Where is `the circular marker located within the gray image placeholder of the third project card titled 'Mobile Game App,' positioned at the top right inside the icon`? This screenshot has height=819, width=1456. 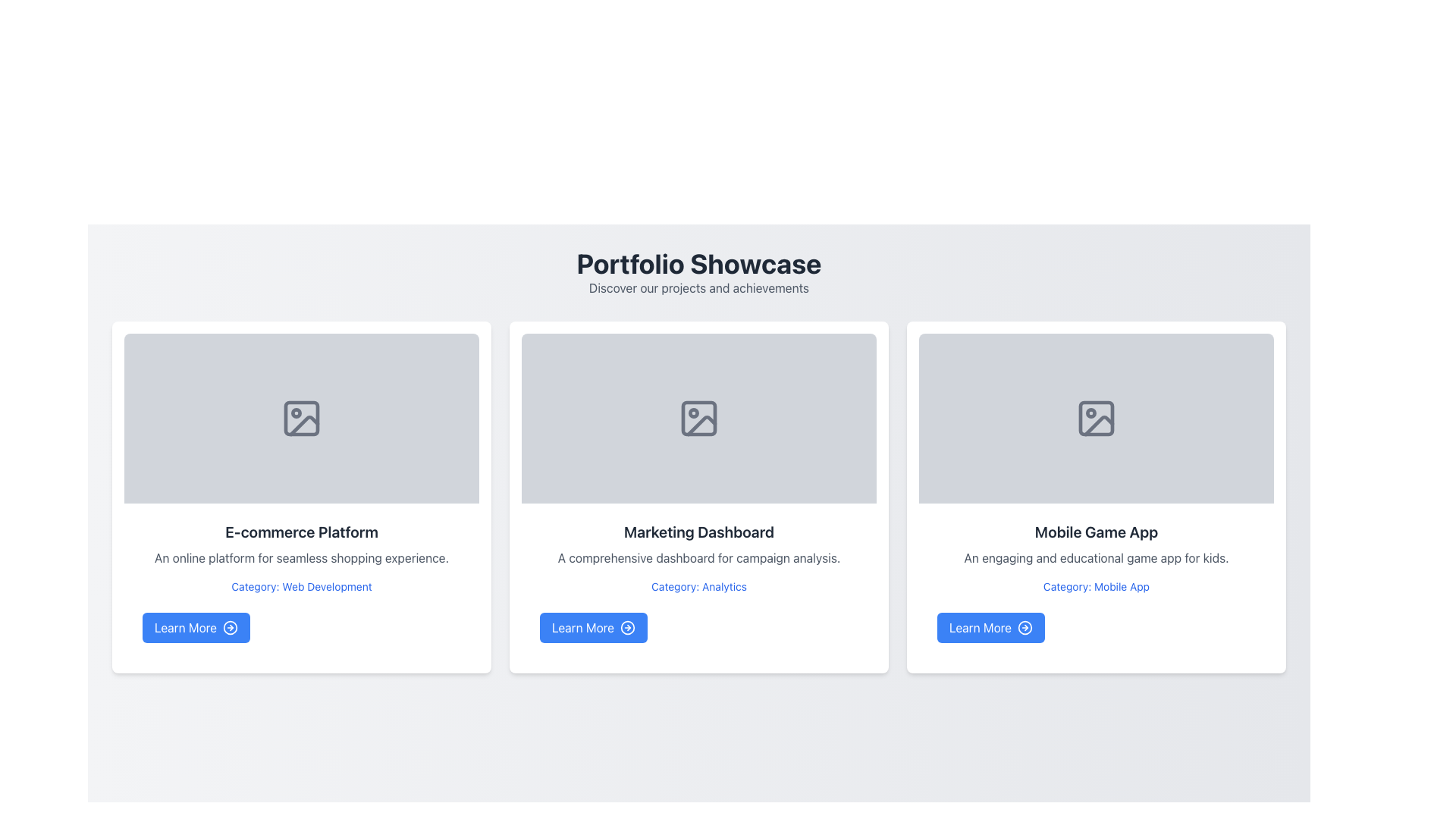
the circular marker located within the gray image placeholder of the third project card titled 'Mobile Game App,' positioned at the top right inside the icon is located at coordinates (1090, 413).